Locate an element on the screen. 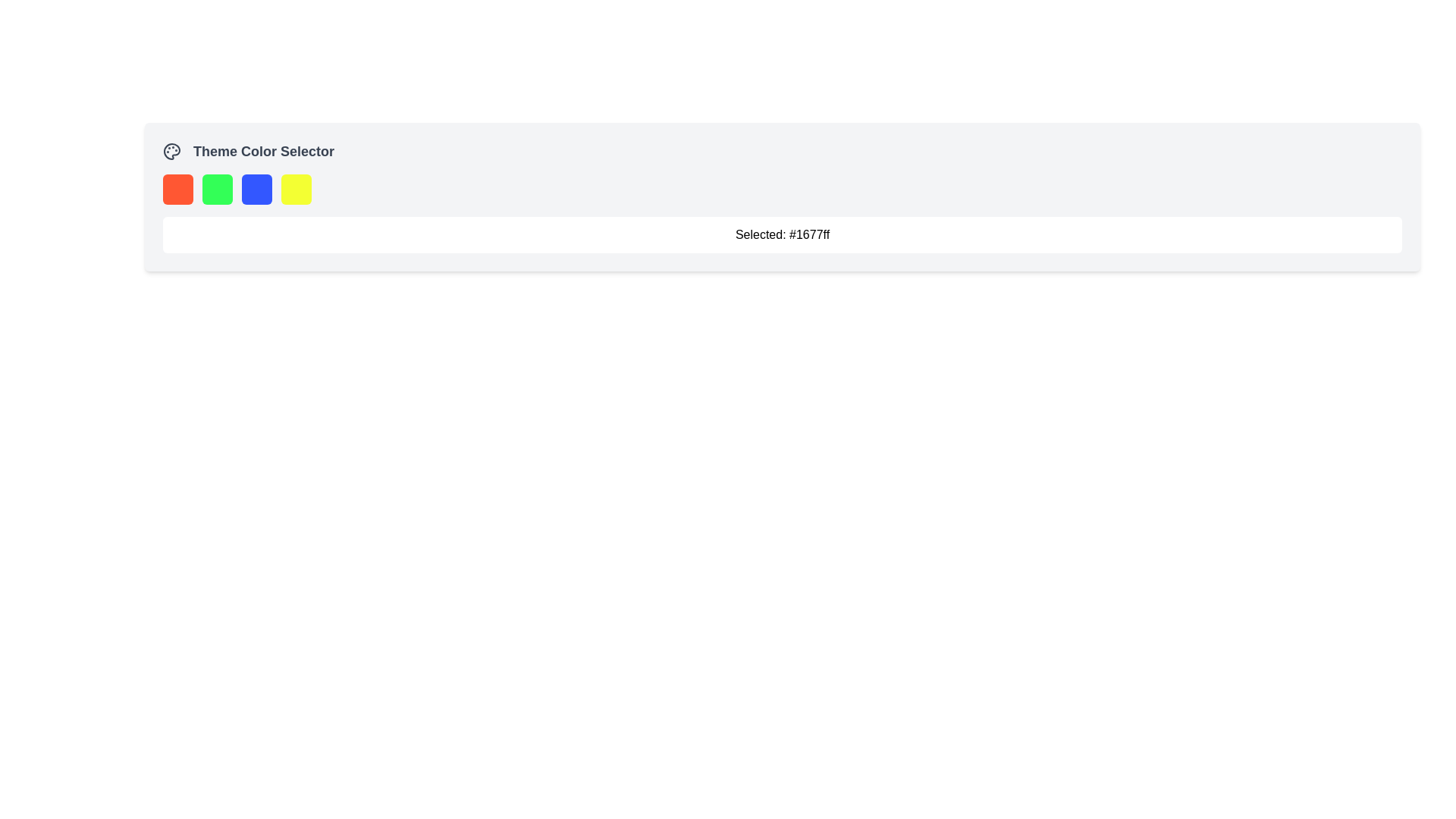 This screenshot has width=1456, height=819. the Color selection button located in the Theme Color Selector section is located at coordinates (178, 189).